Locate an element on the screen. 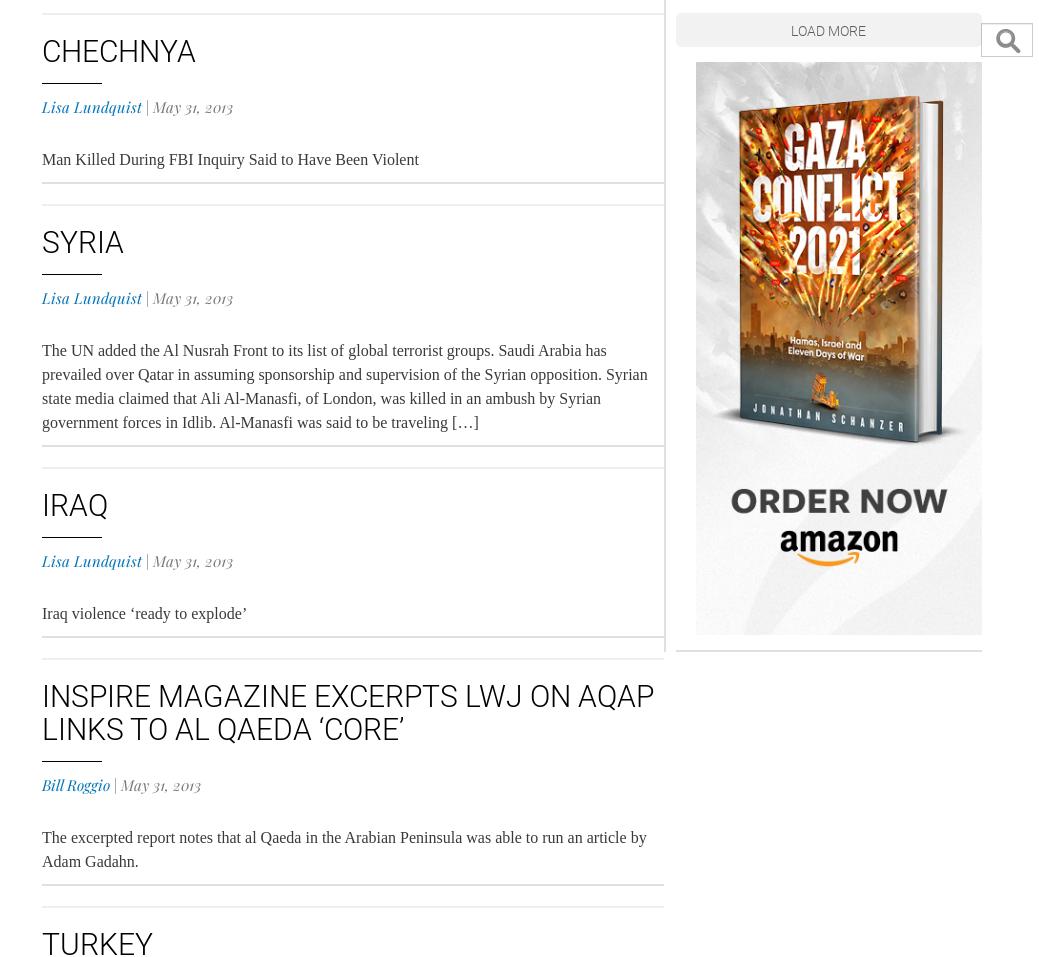  'Chechnya' is located at coordinates (117, 50).